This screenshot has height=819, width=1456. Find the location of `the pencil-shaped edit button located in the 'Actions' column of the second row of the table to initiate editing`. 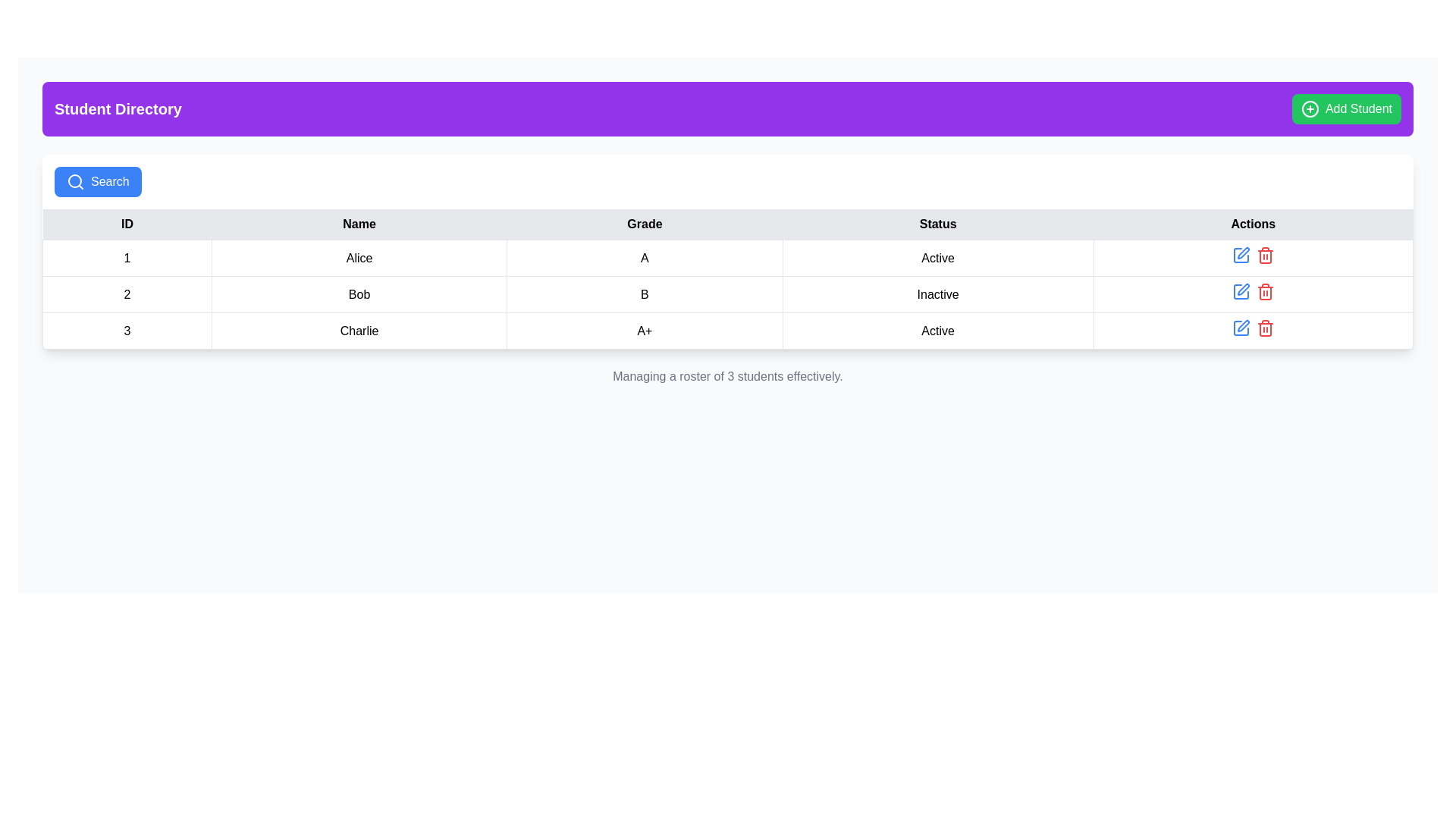

the pencil-shaped edit button located in the 'Actions' column of the second row of the table to initiate editing is located at coordinates (1241, 292).